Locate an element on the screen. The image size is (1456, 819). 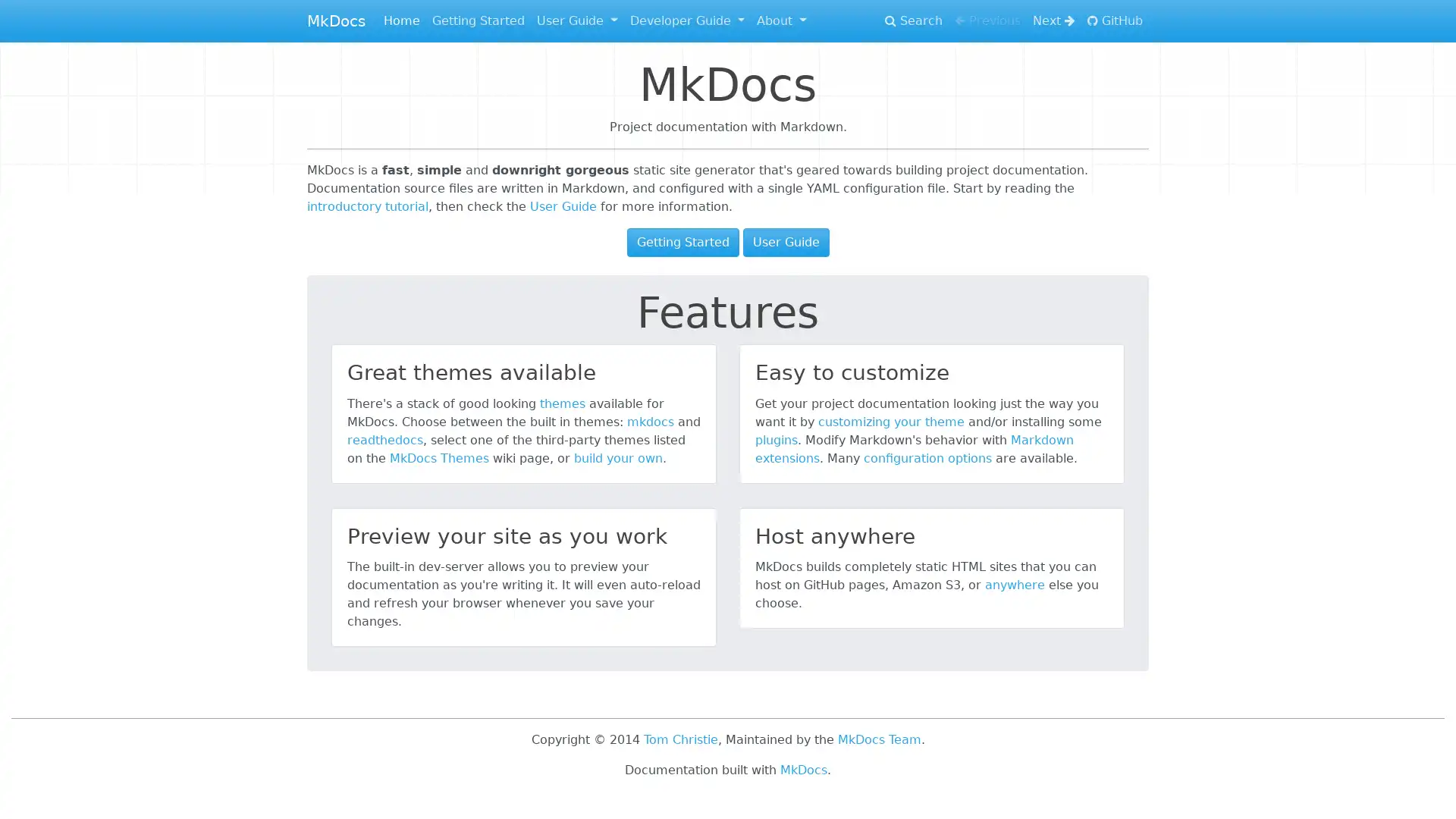
Getting Started is located at coordinates (682, 242).